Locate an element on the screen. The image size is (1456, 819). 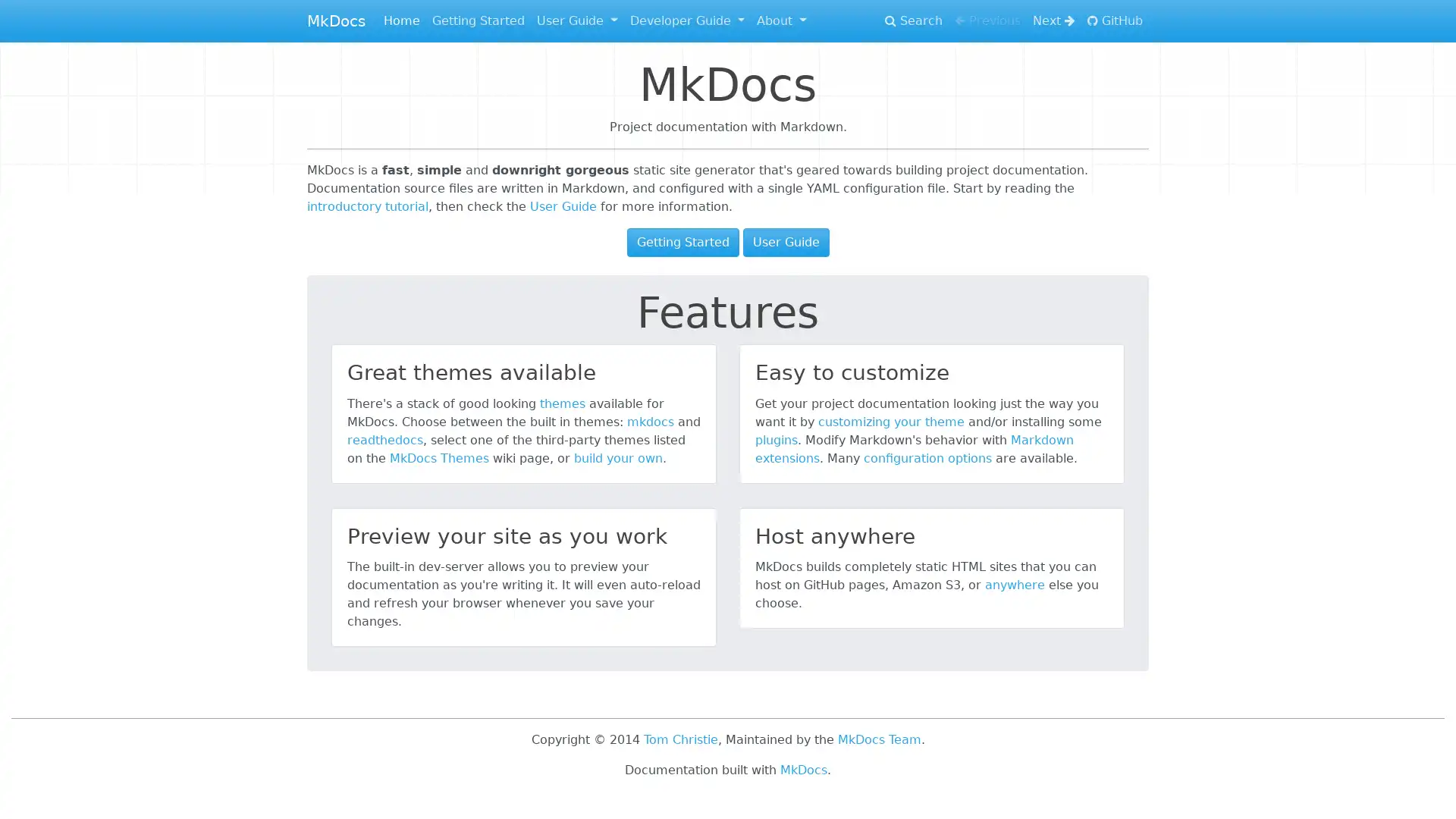
Getting Started is located at coordinates (682, 242).